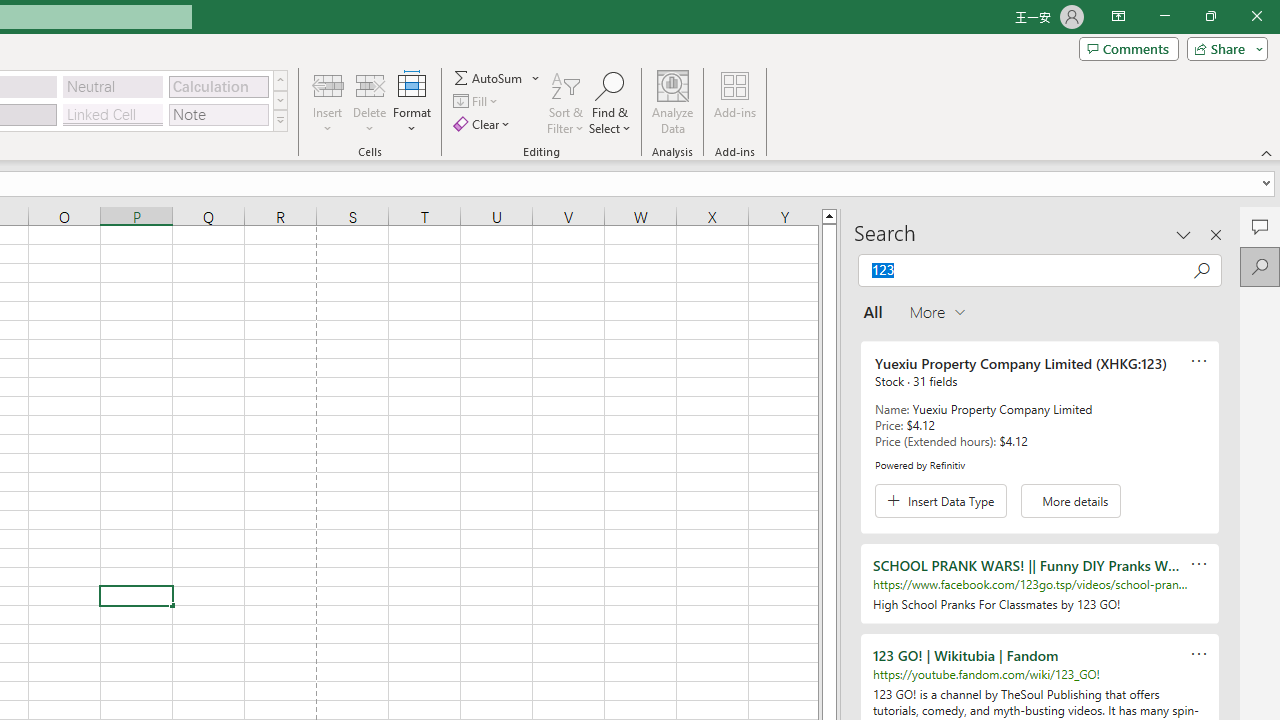  I want to click on 'Sort & Filter', so click(565, 103).